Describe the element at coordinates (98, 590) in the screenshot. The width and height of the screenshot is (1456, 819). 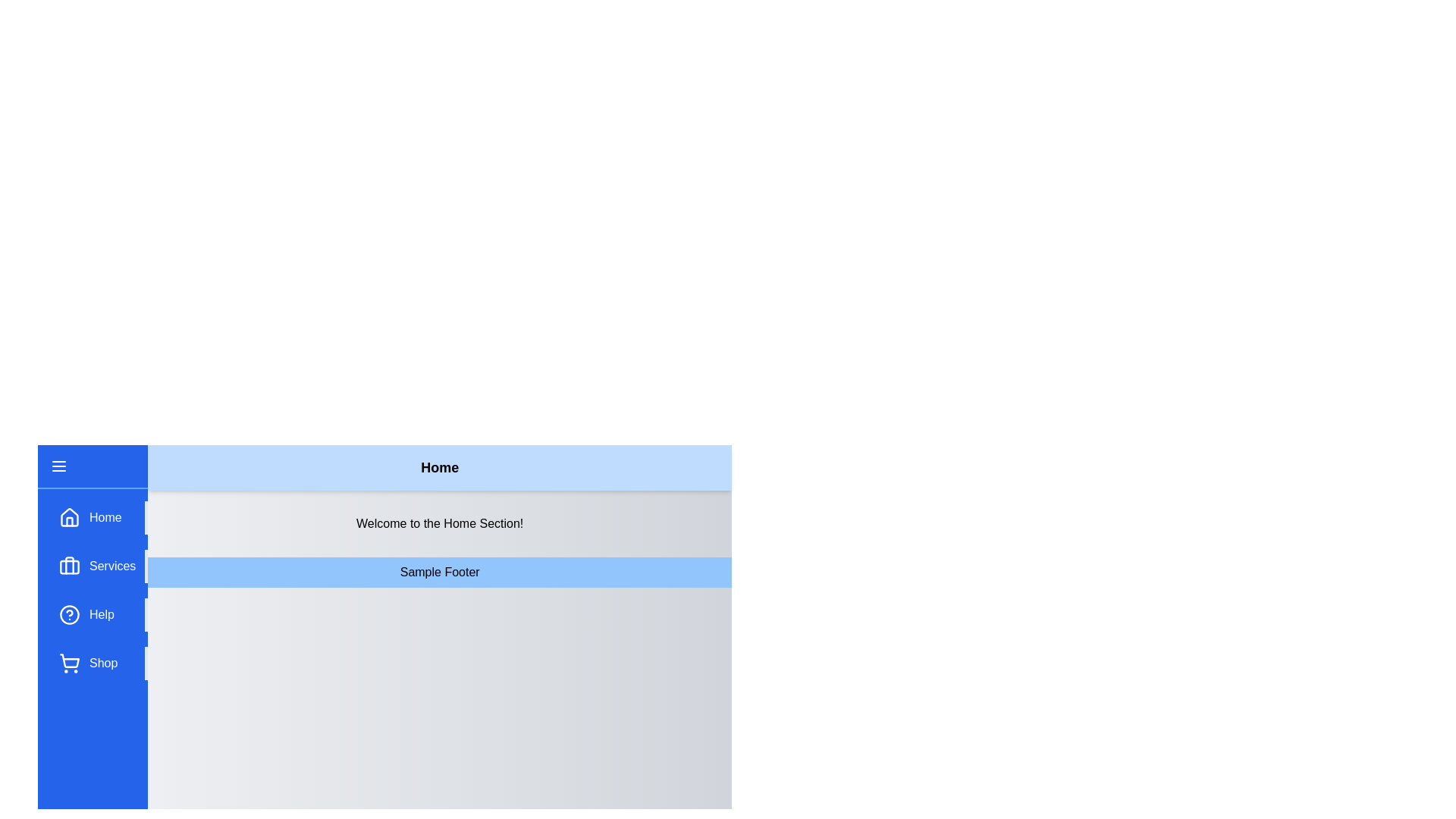
I see `the 'Help' item in the sidebar navigation menu` at that location.